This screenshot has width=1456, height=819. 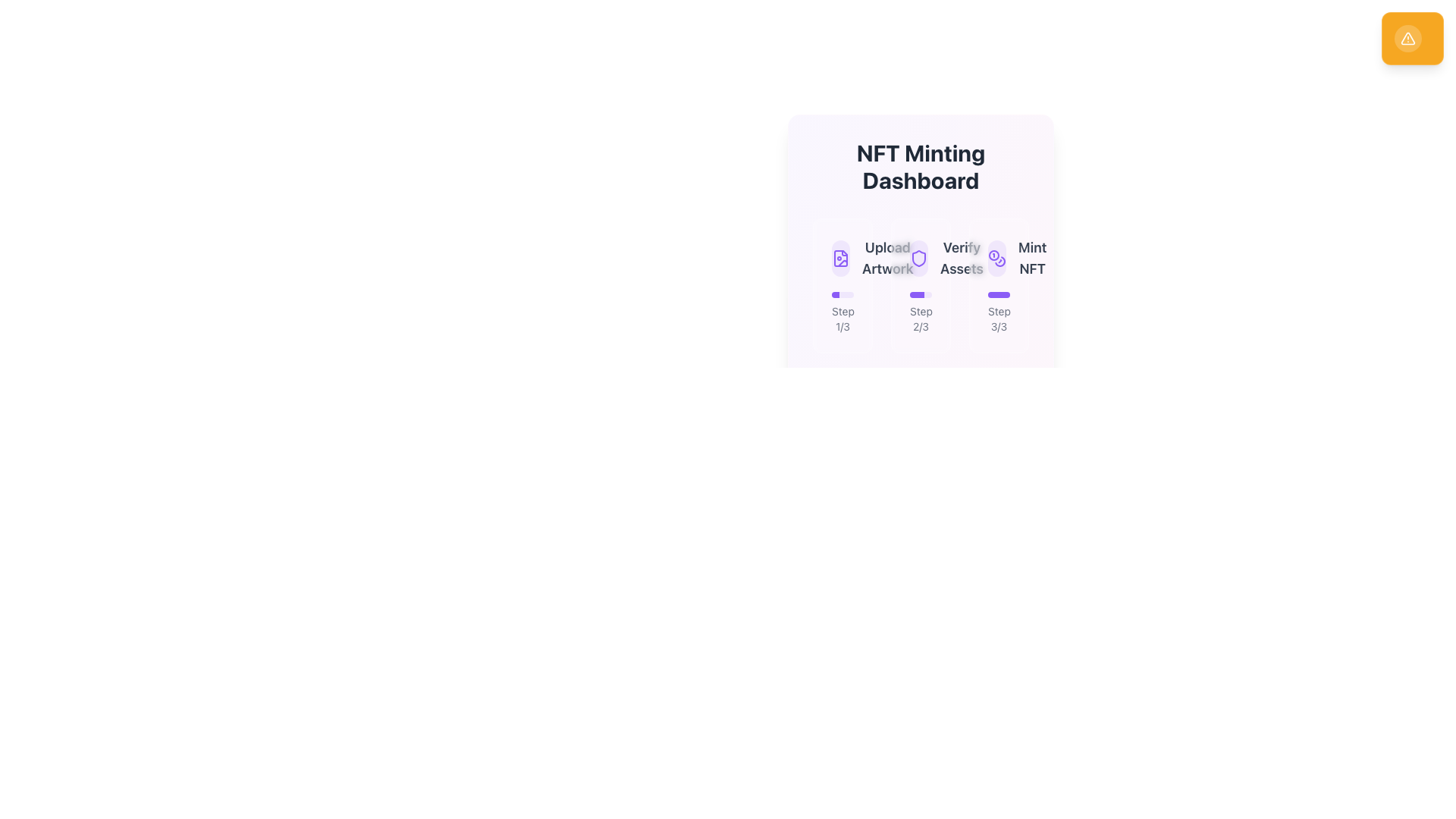 What do you see at coordinates (999, 312) in the screenshot?
I see `the progress status text indicating that the user is on step 3 of 3 in the Mint NFT process, located at the bottom-center of the card` at bounding box center [999, 312].